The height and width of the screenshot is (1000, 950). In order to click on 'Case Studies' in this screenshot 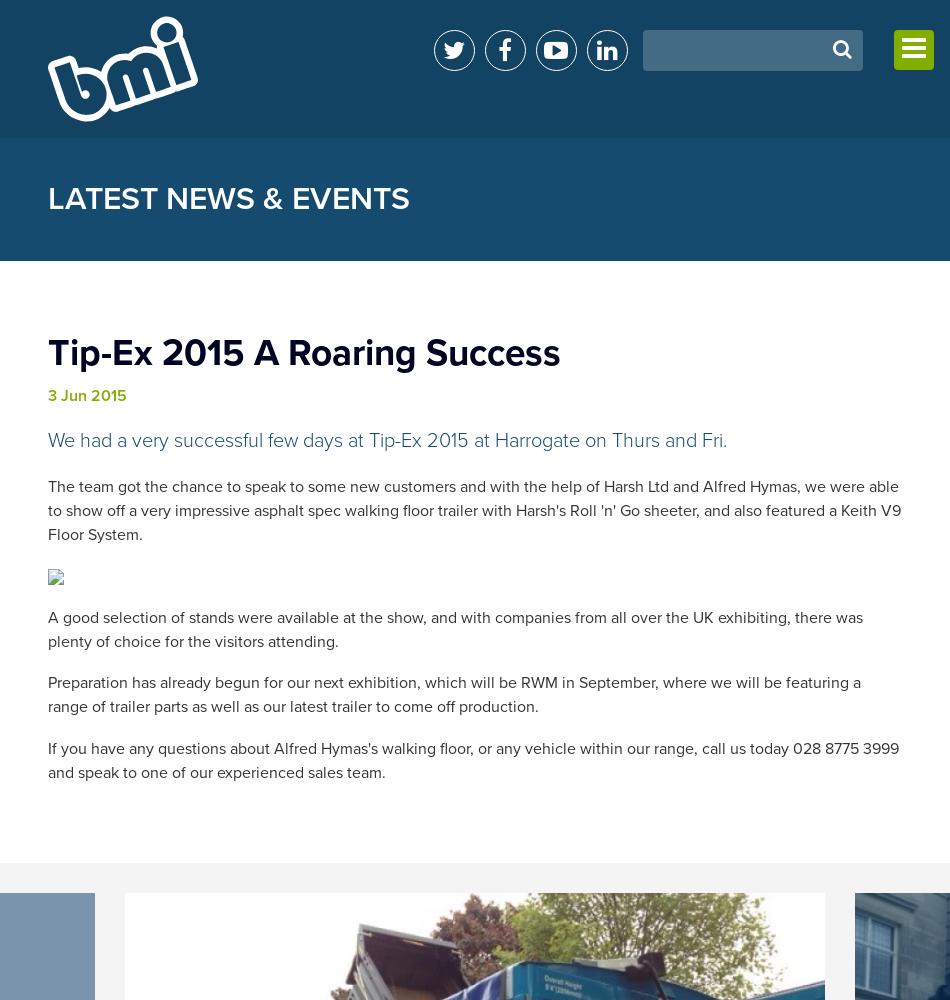, I will do `click(719, 331)`.